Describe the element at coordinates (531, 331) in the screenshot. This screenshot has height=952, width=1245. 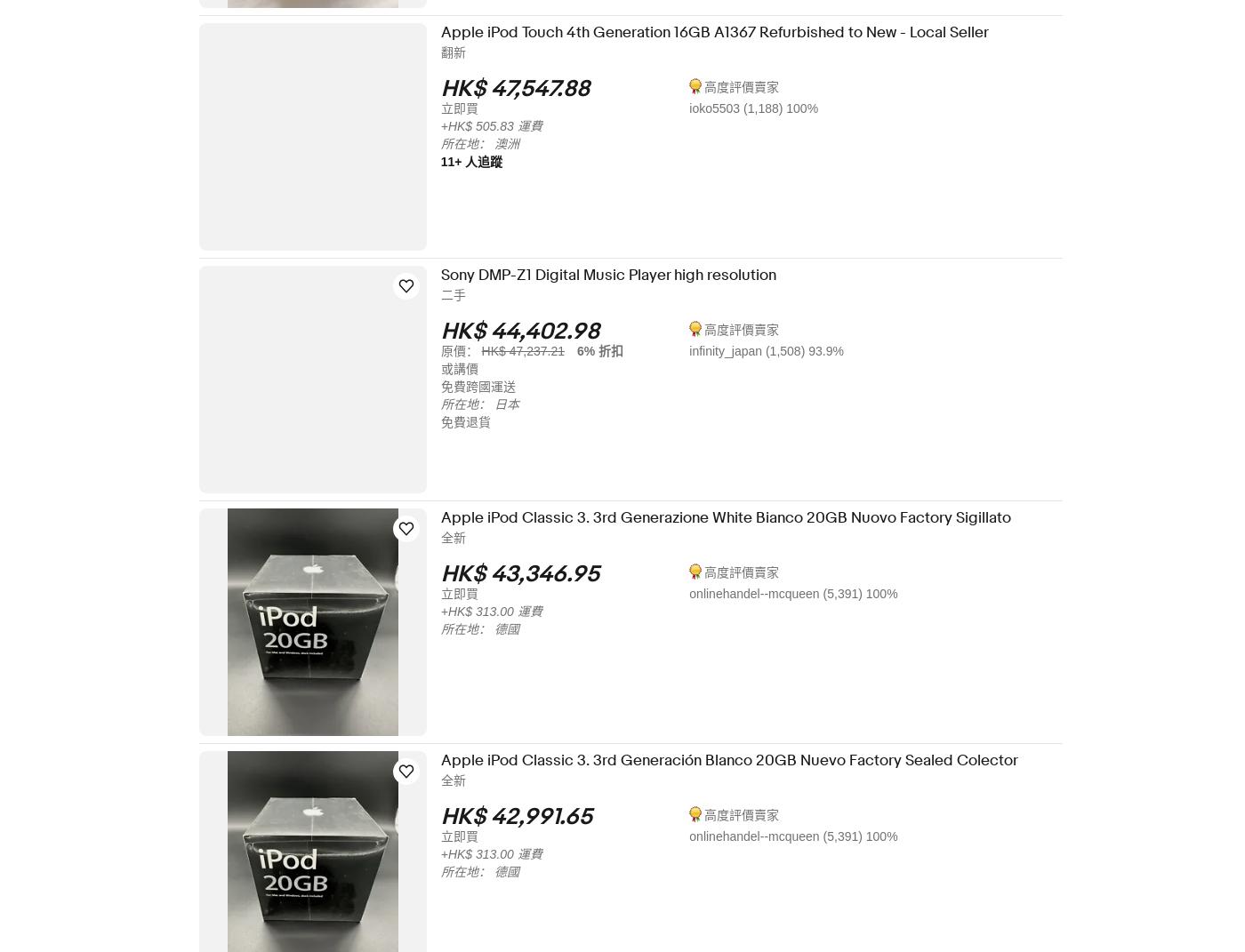
I see `'HK$ 44,402.98'` at that location.